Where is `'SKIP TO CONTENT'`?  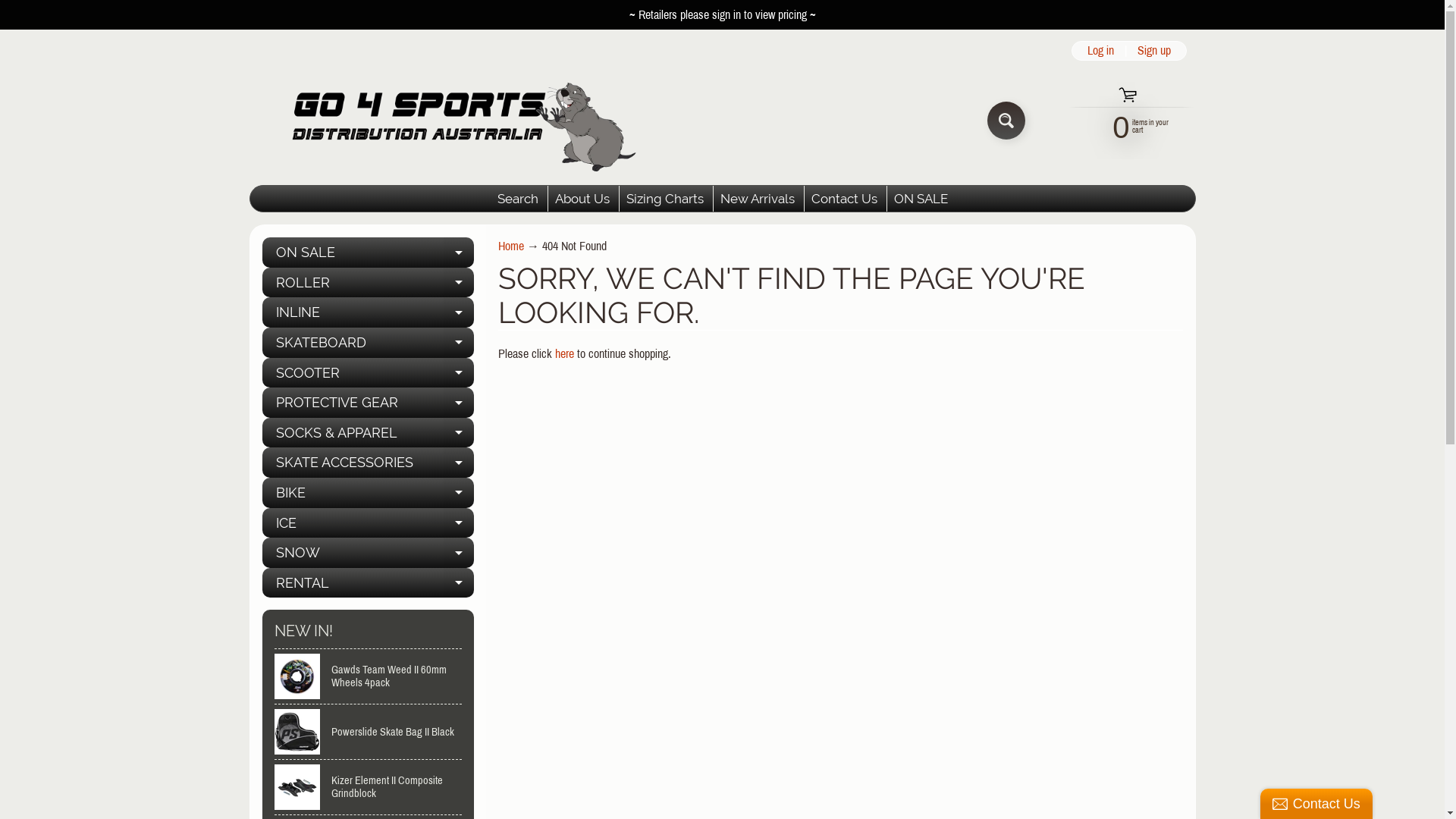 'SKIP TO CONTENT' is located at coordinates (0, 8).